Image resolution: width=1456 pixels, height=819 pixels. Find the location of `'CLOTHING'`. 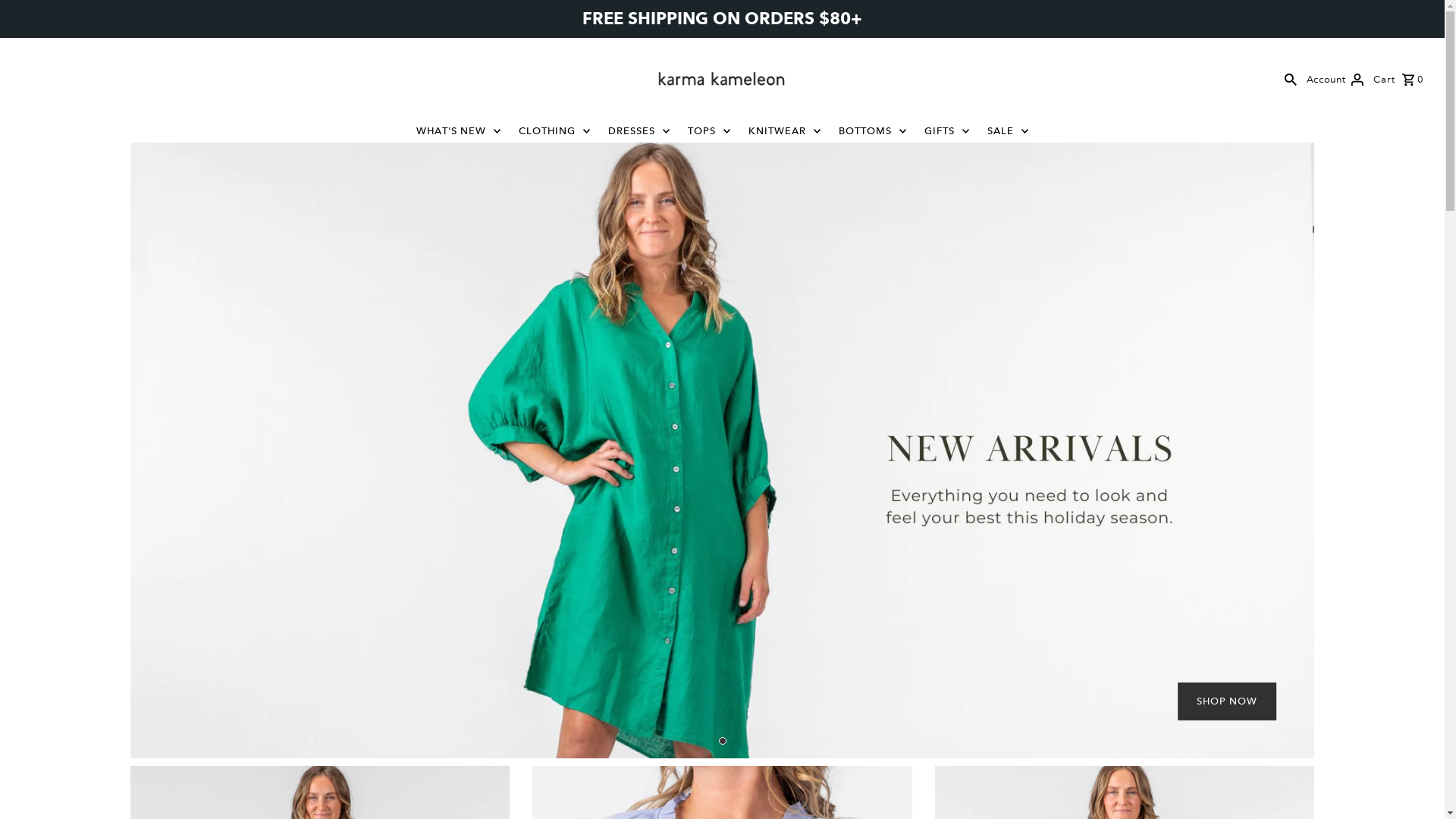

'CLOTHING' is located at coordinates (554, 130).